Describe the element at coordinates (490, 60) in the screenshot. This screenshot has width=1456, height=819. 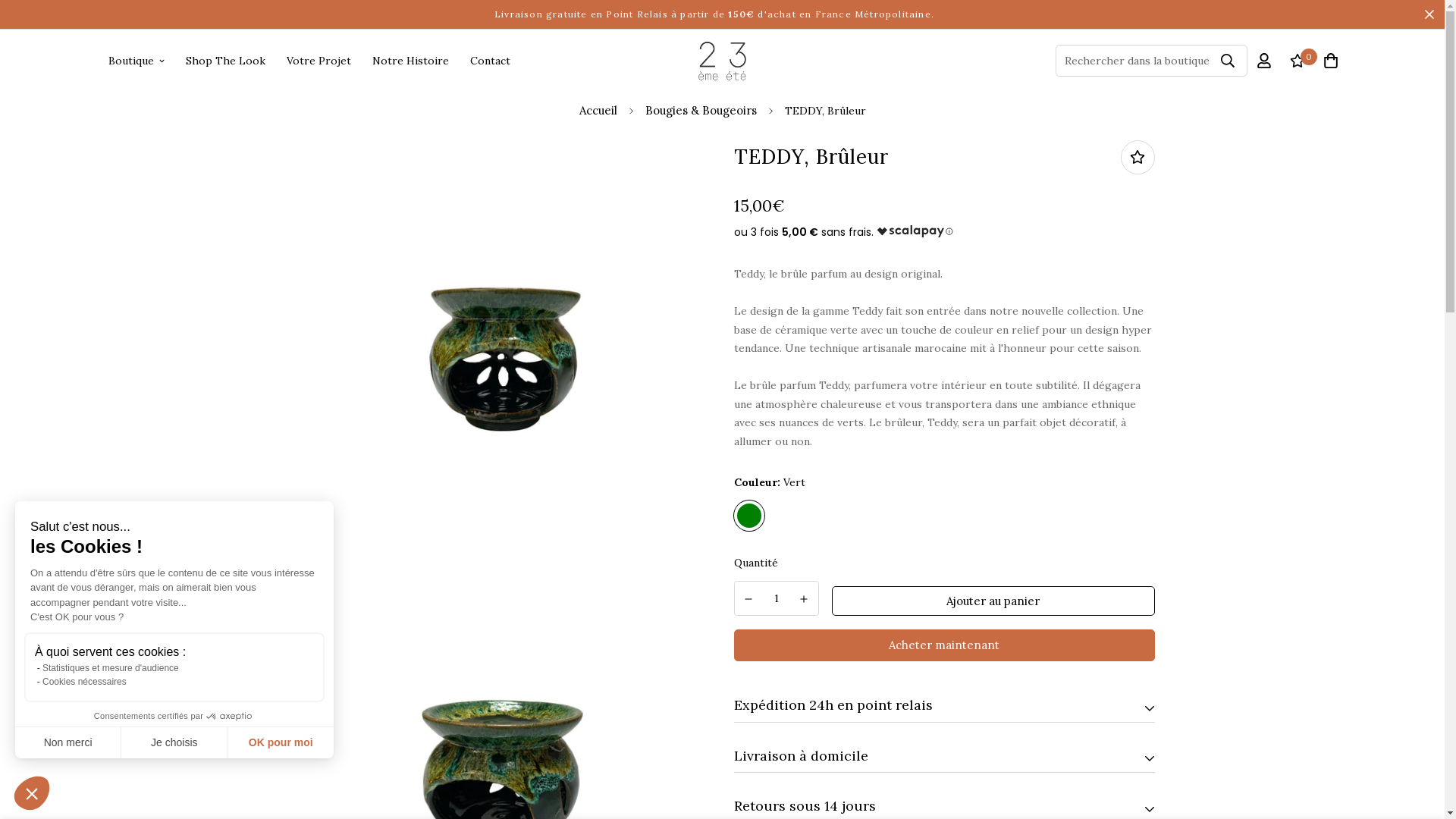
I see `'Contact'` at that location.